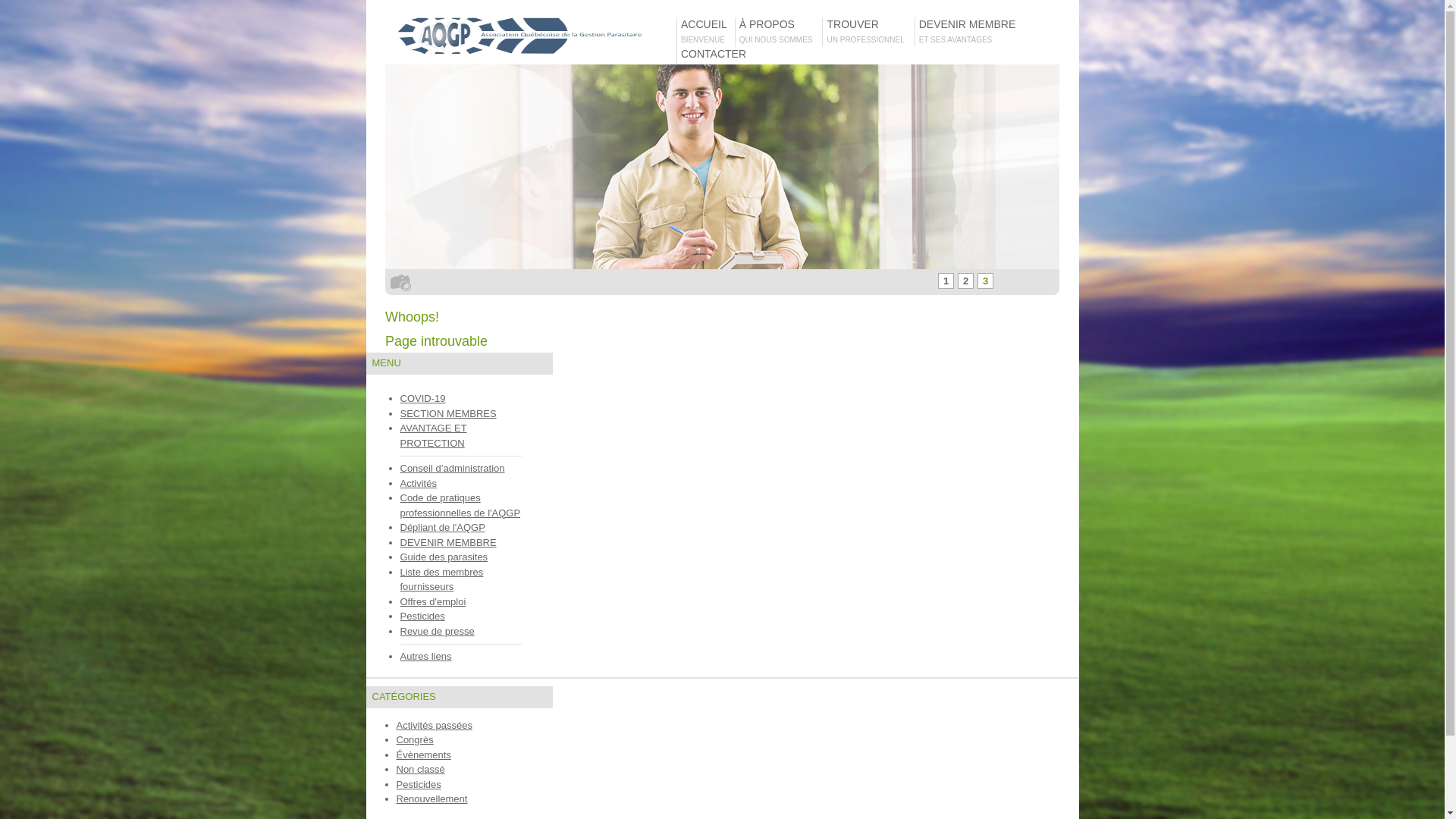 Image resolution: width=1456 pixels, height=819 pixels. What do you see at coordinates (447, 413) in the screenshot?
I see `'SECTION MEMBRES'` at bounding box center [447, 413].